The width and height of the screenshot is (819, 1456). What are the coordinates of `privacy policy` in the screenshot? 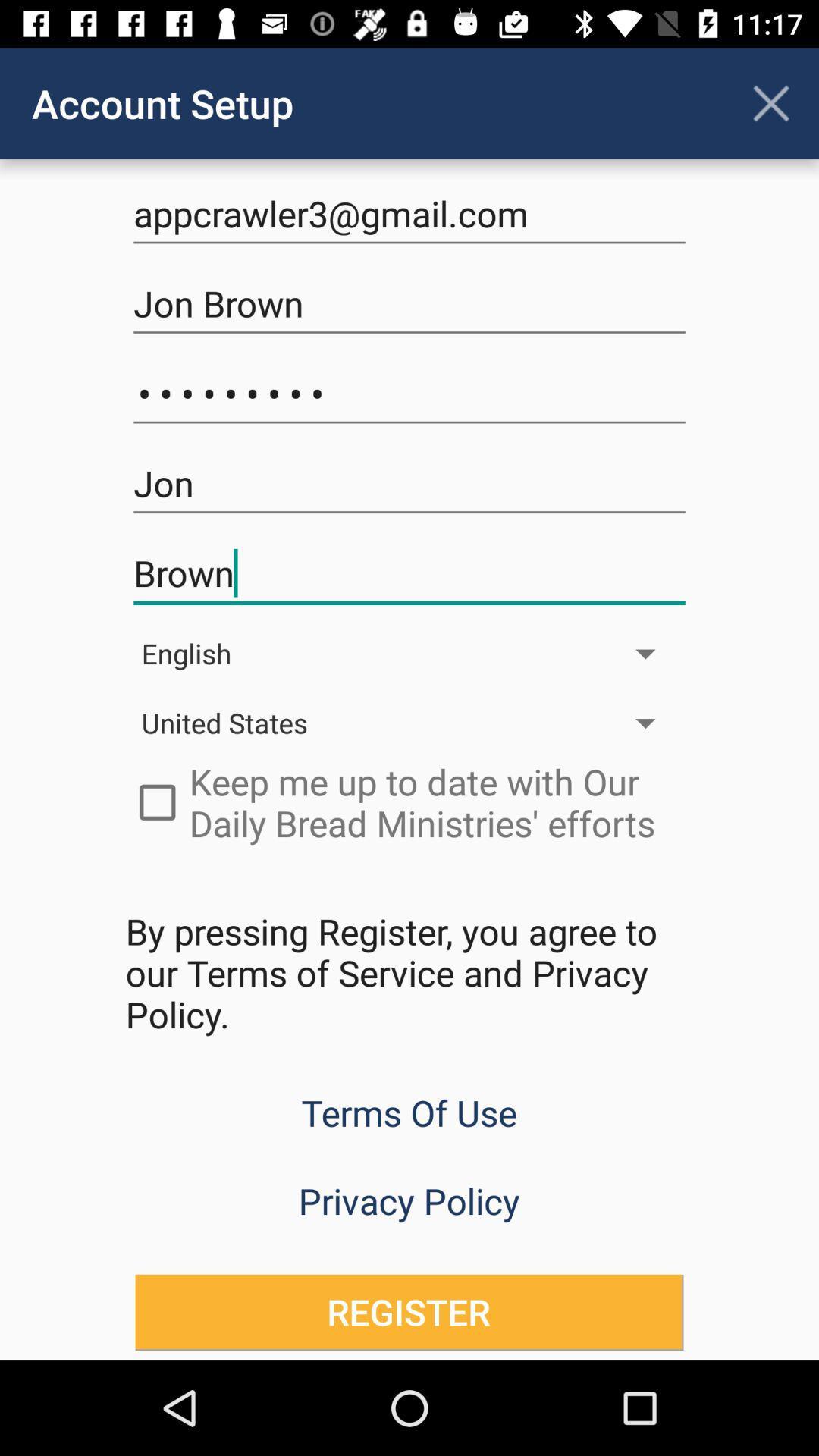 It's located at (409, 1200).